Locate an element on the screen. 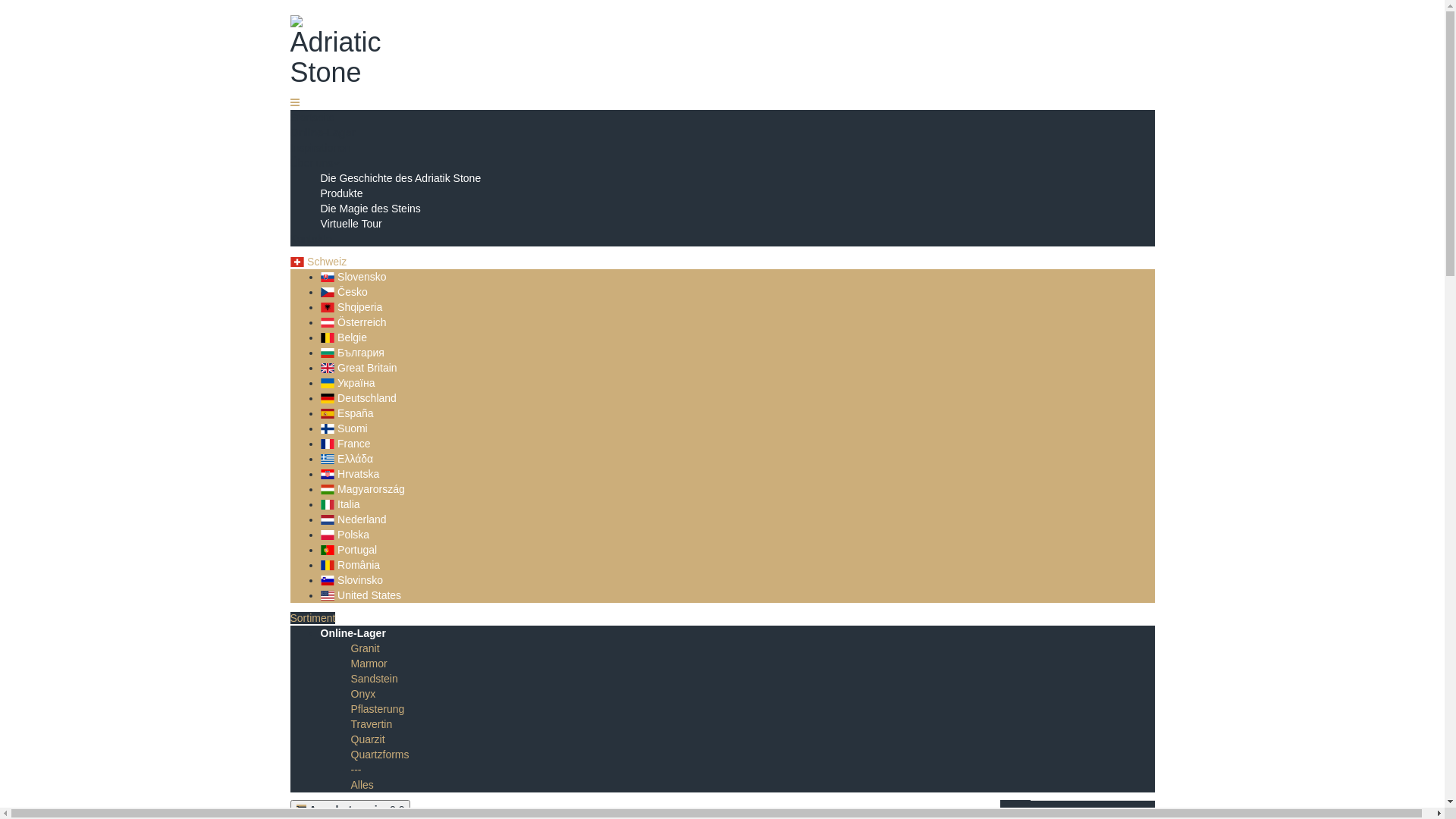 This screenshot has height=819, width=1456. 'Quarzit' is located at coordinates (367, 739).